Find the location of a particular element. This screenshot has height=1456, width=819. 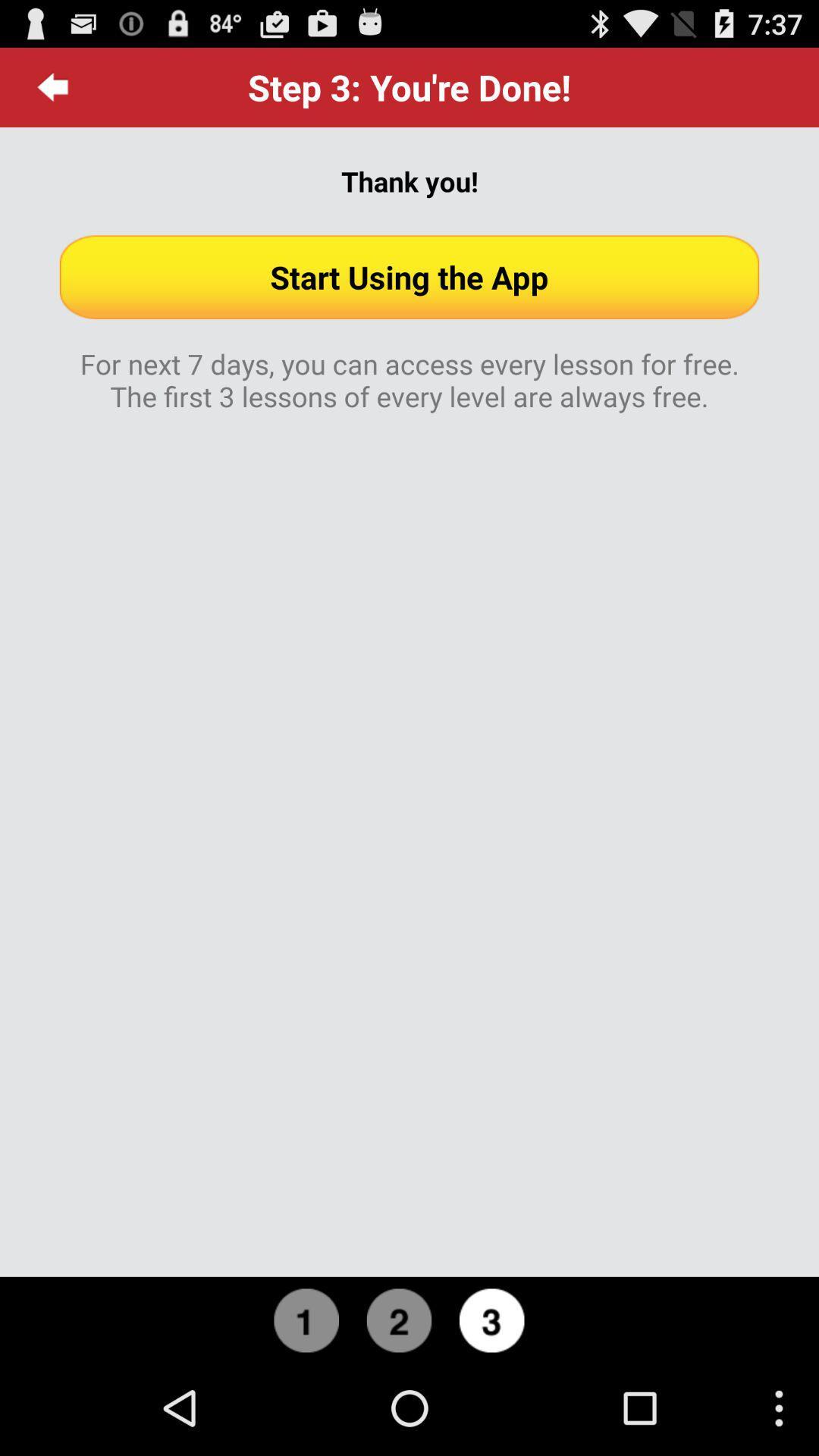

start using the item is located at coordinates (409, 277).